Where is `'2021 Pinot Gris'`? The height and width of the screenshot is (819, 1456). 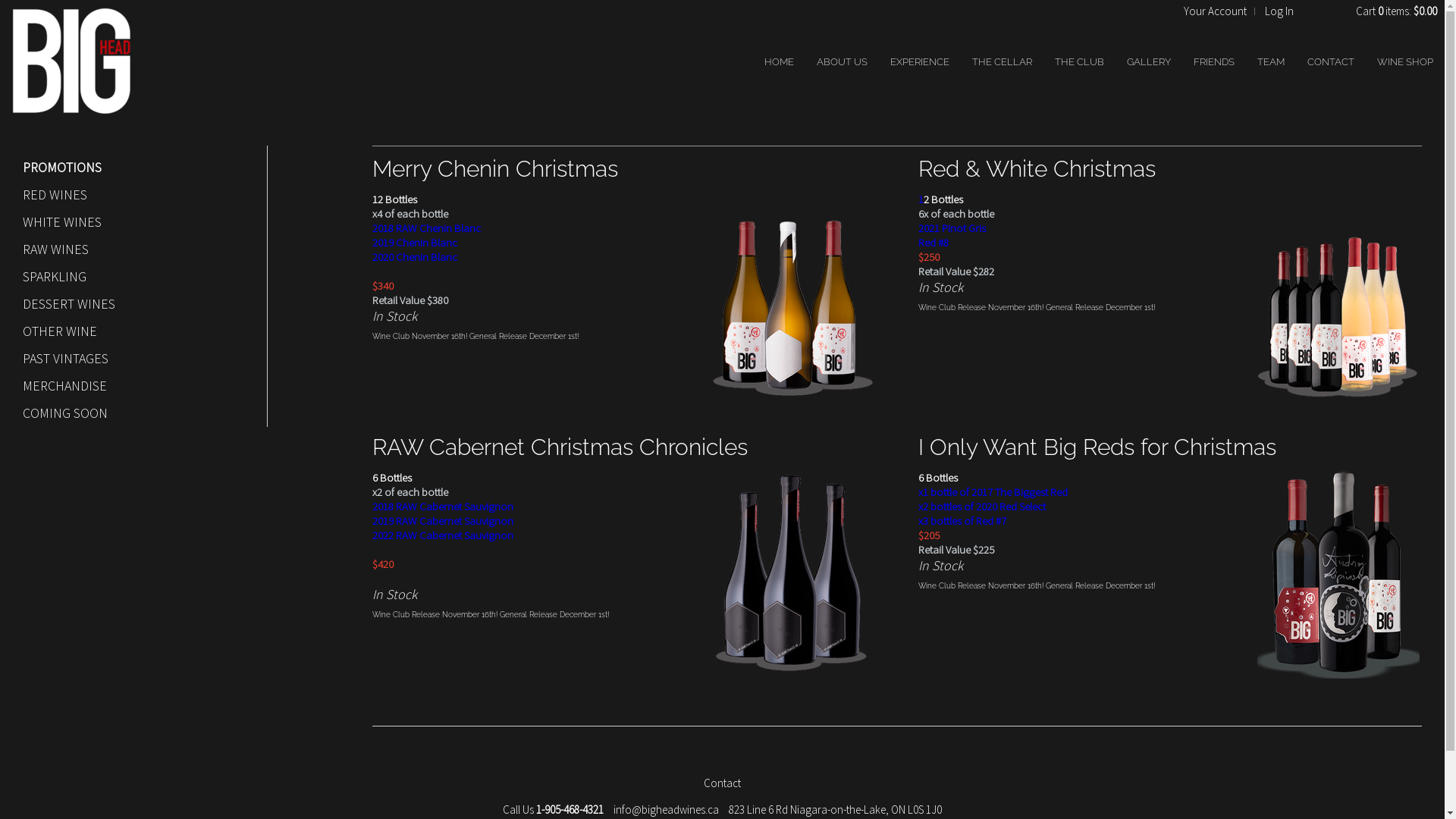 '2021 Pinot Gris' is located at coordinates (951, 227).